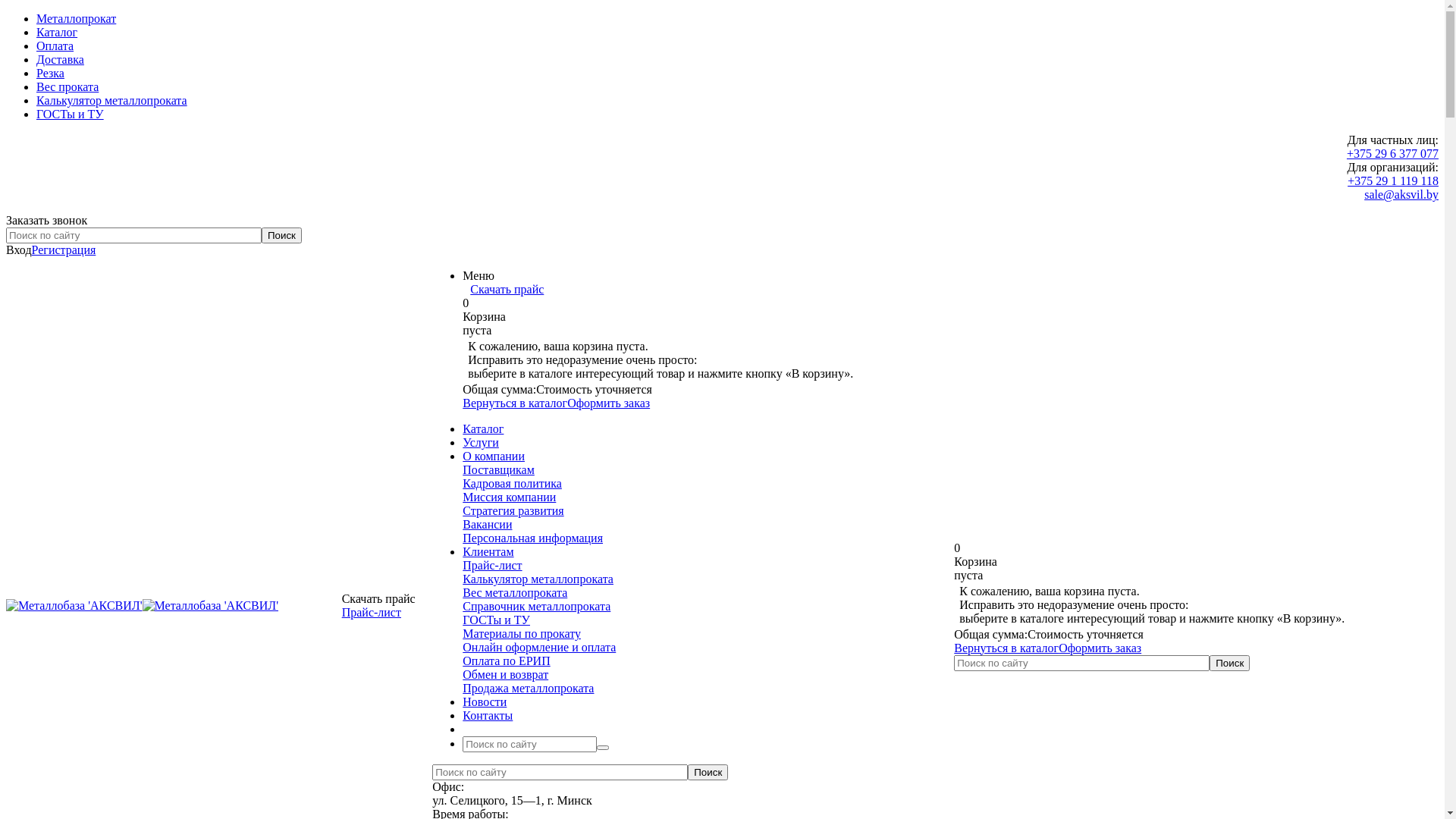 The width and height of the screenshot is (1456, 819). Describe the element at coordinates (1347, 180) in the screenshot. I see `'+375 29 1 119 118'` at that location.